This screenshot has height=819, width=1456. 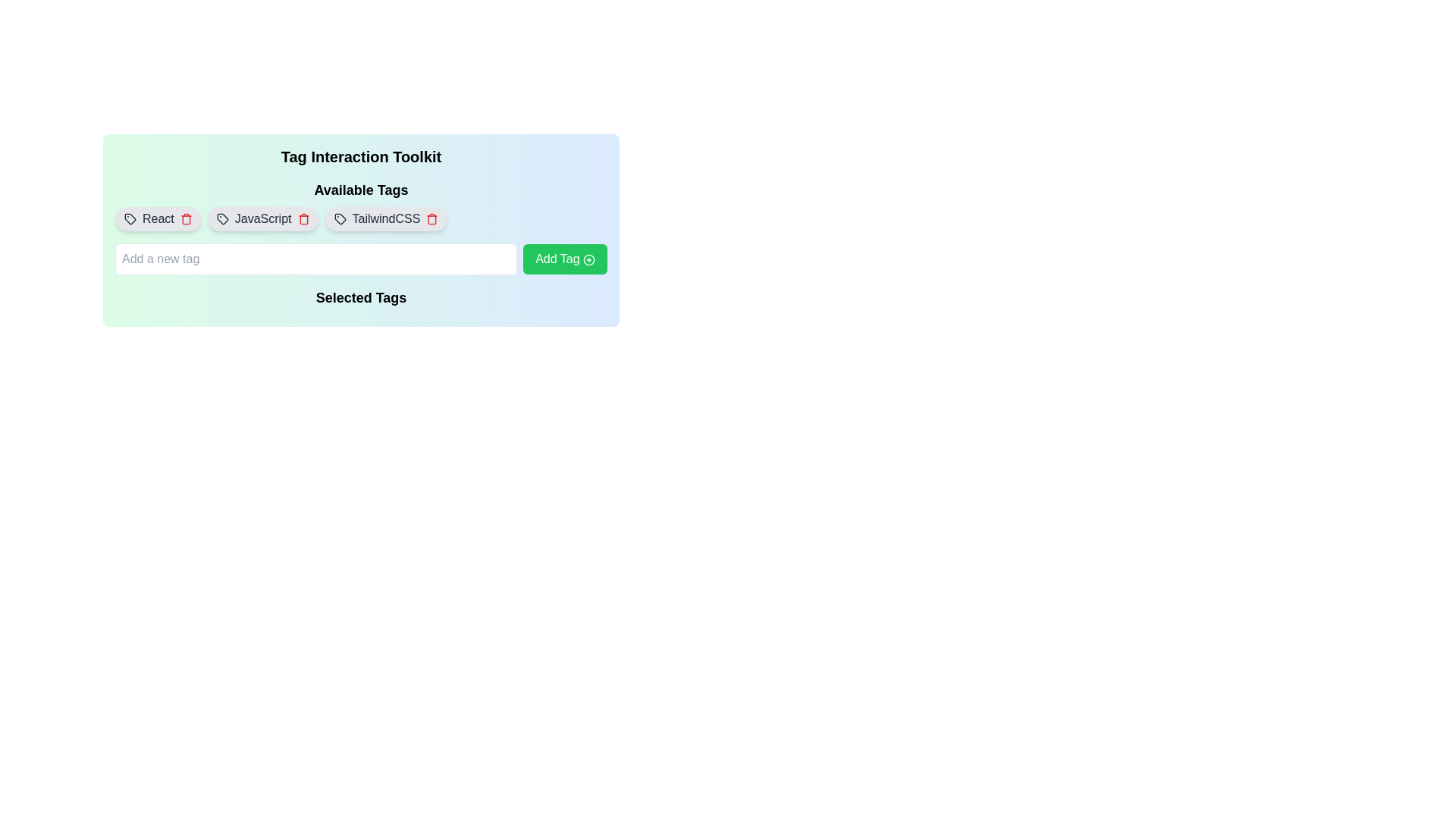 I want to click on the Tag-shaped icon (SVG) located within the 'JavaScript' tag button in the 'Available Tags' section of the UI, which is positioned towards the left side adjacent to the text label 'JavaScript', so click(x=221, y=219).